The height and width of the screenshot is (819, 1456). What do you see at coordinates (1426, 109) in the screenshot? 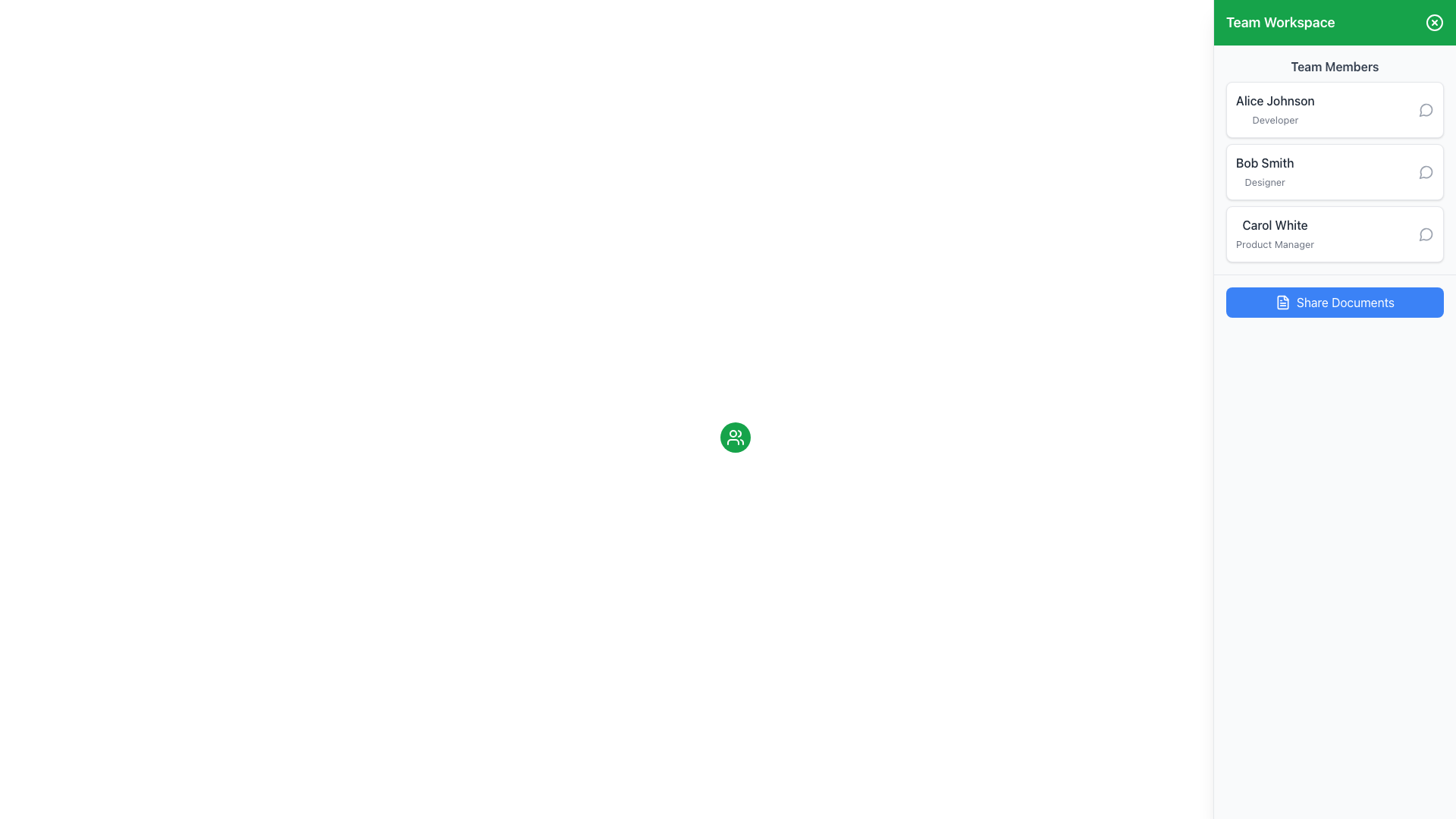
I see `the messaging icon related to Alice Johnson in the Team Members section` at bounding box center [1426, 109].